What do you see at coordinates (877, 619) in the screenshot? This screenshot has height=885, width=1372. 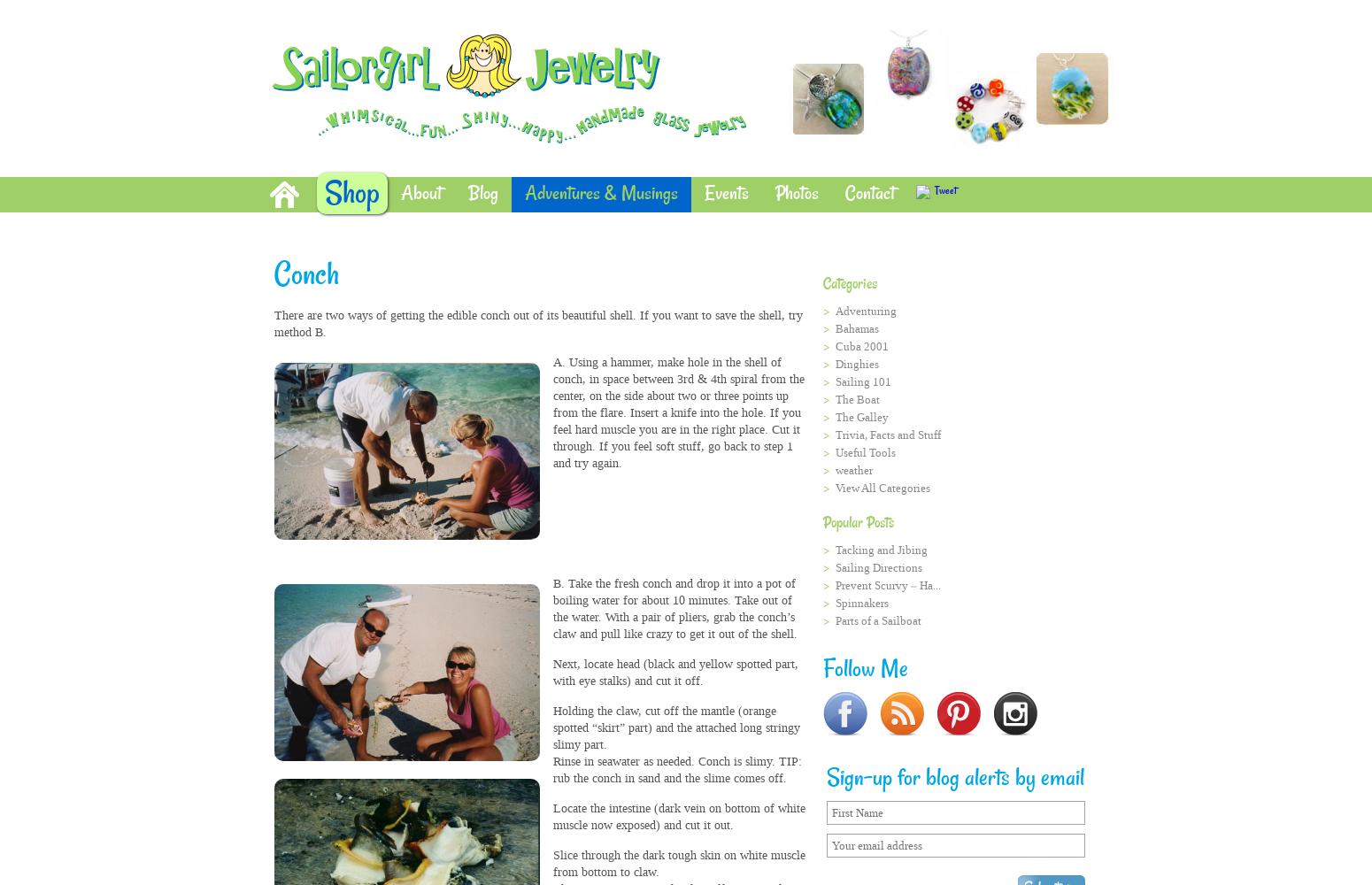 I see `'Parts of a Sailboat'` at bounding box center [877, 619].